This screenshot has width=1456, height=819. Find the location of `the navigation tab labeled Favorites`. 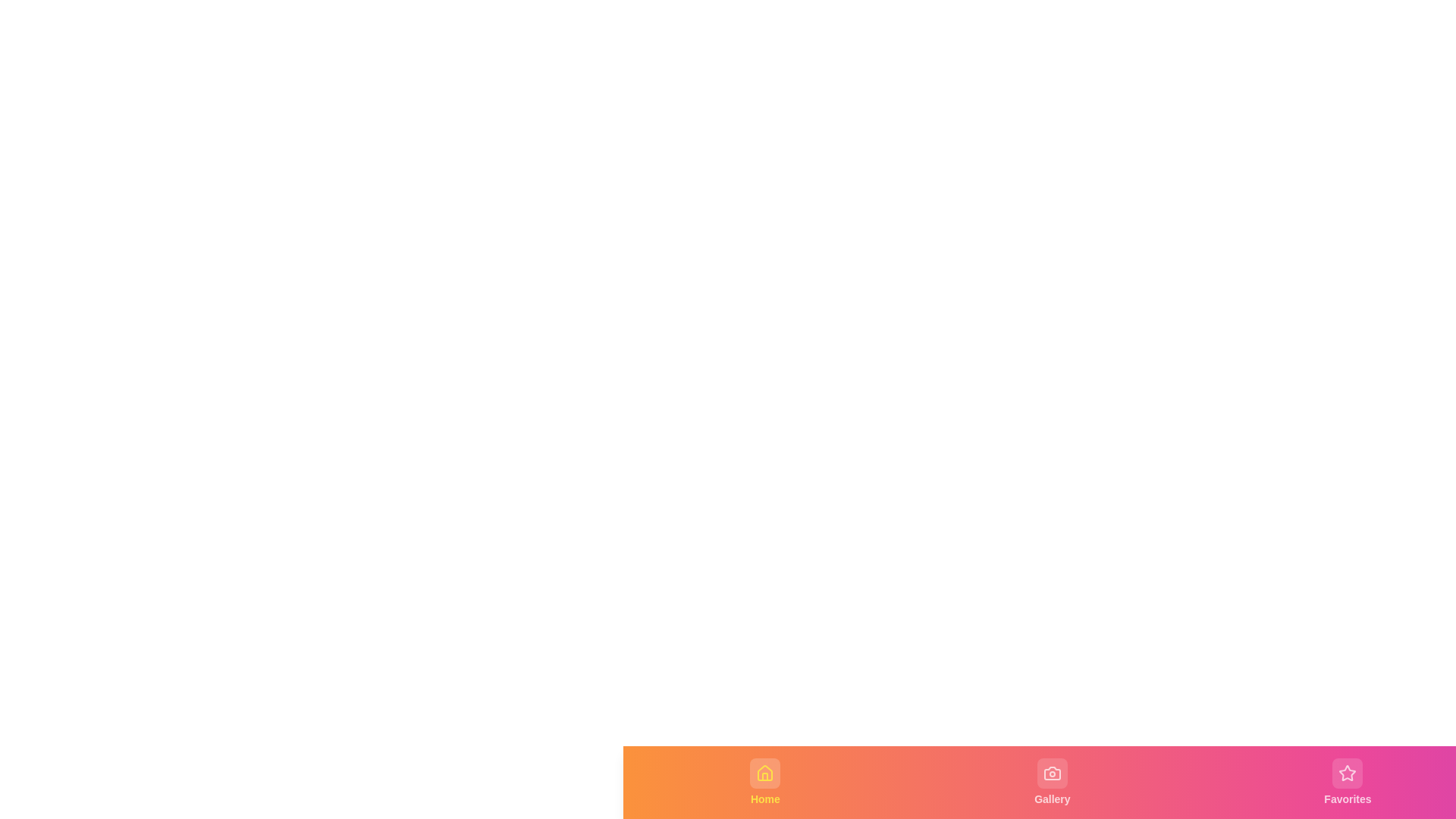

the navigation tab labeled Favorites is located at coordinates (1348, 783).